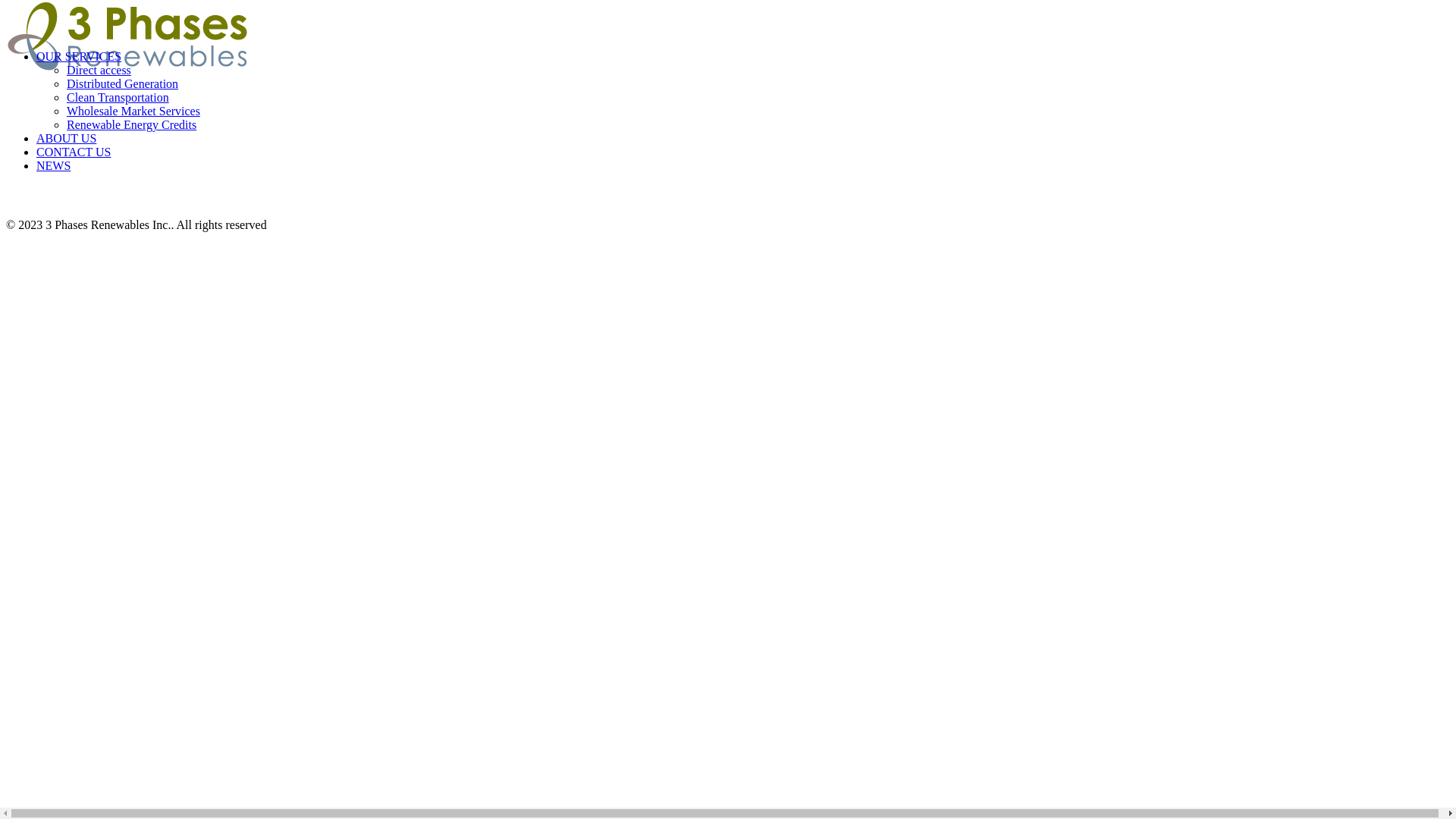 The width and height of the screenshot is (1456, 819). Describe the element at coordinates (53, 165) in the screenshot. I see `'NEWS'` at that location.